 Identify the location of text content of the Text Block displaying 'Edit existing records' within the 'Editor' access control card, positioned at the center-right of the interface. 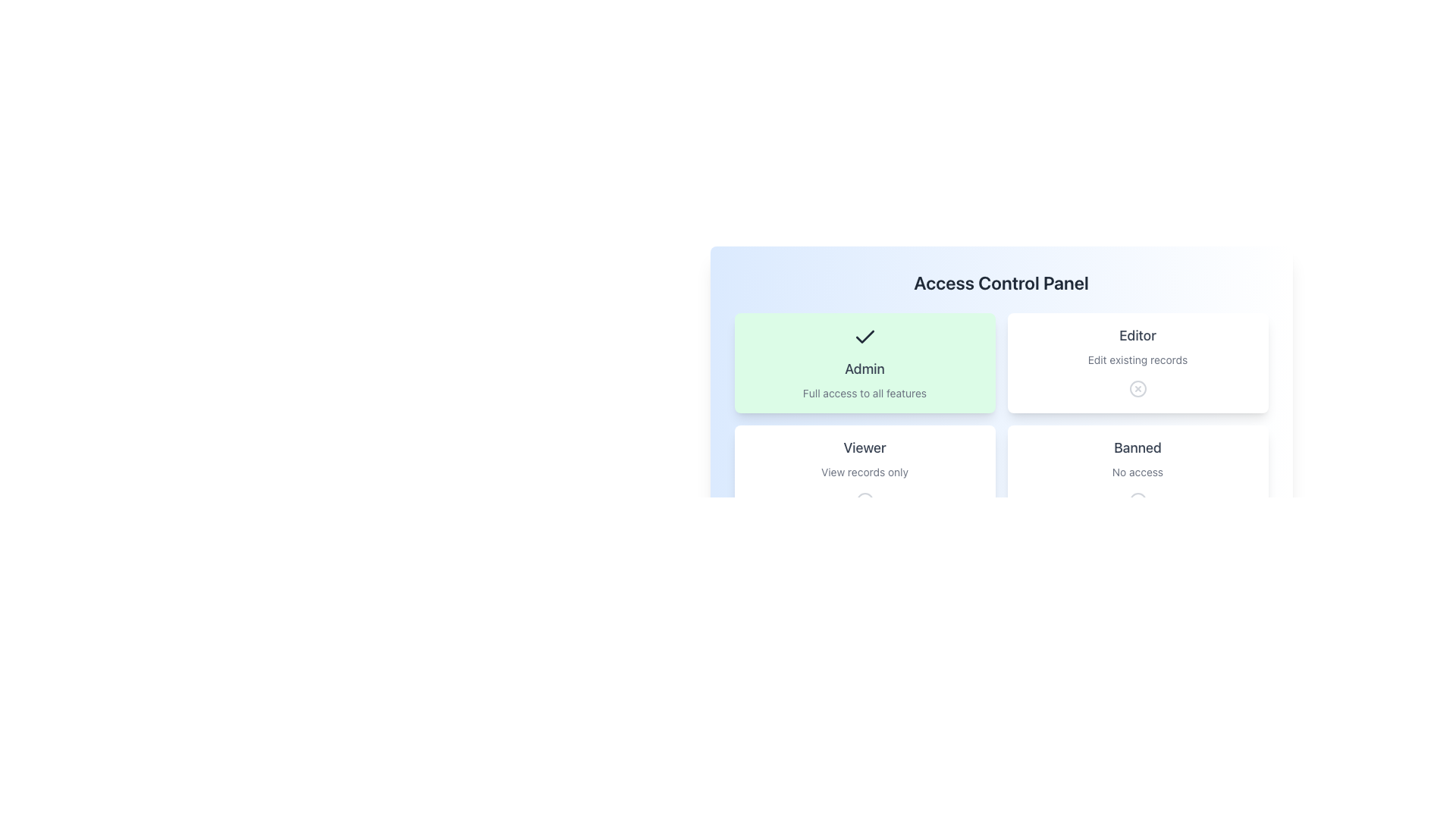
(1137, 359).